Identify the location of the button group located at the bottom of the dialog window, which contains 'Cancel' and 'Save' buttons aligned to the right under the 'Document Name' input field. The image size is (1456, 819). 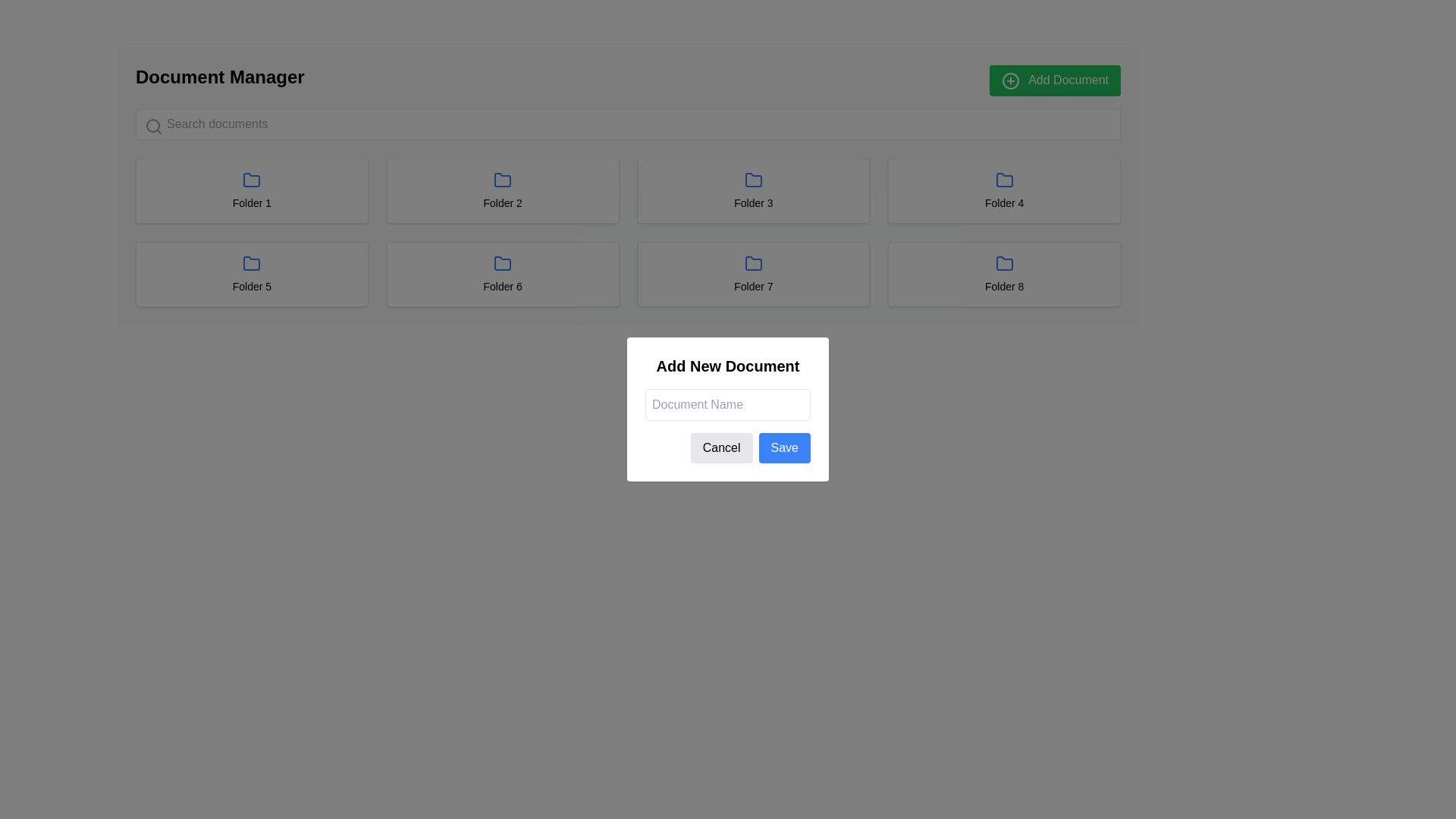
(728, 447).